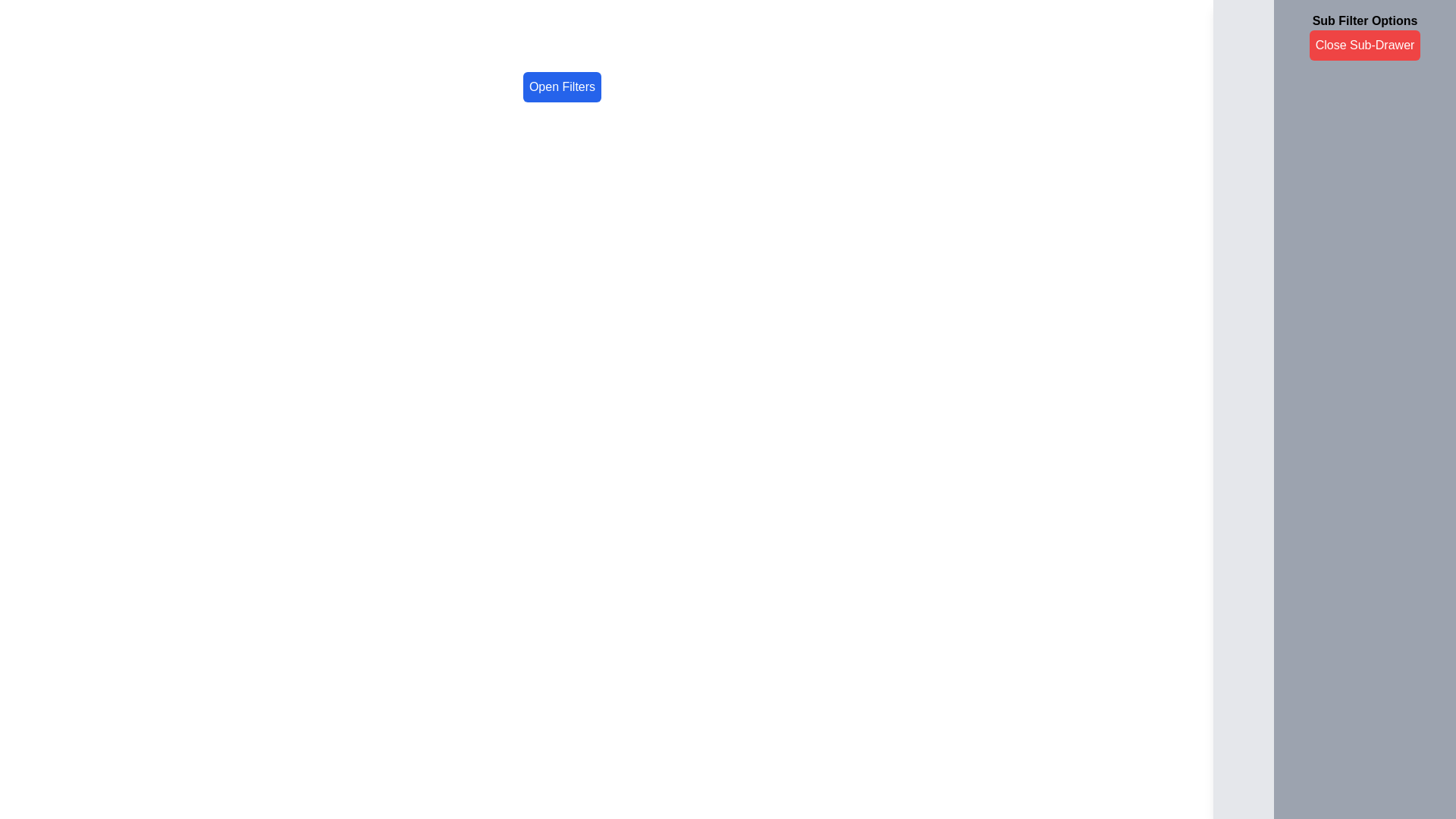 The height and width of the screenshot is (819, 1456). Describe the element at coordinates (1365, 45) in the screenshot. I see `the 'Close Sub-Drawer' button located in the right sidebar beneath the 'Sub Filter Options' header` at that location.